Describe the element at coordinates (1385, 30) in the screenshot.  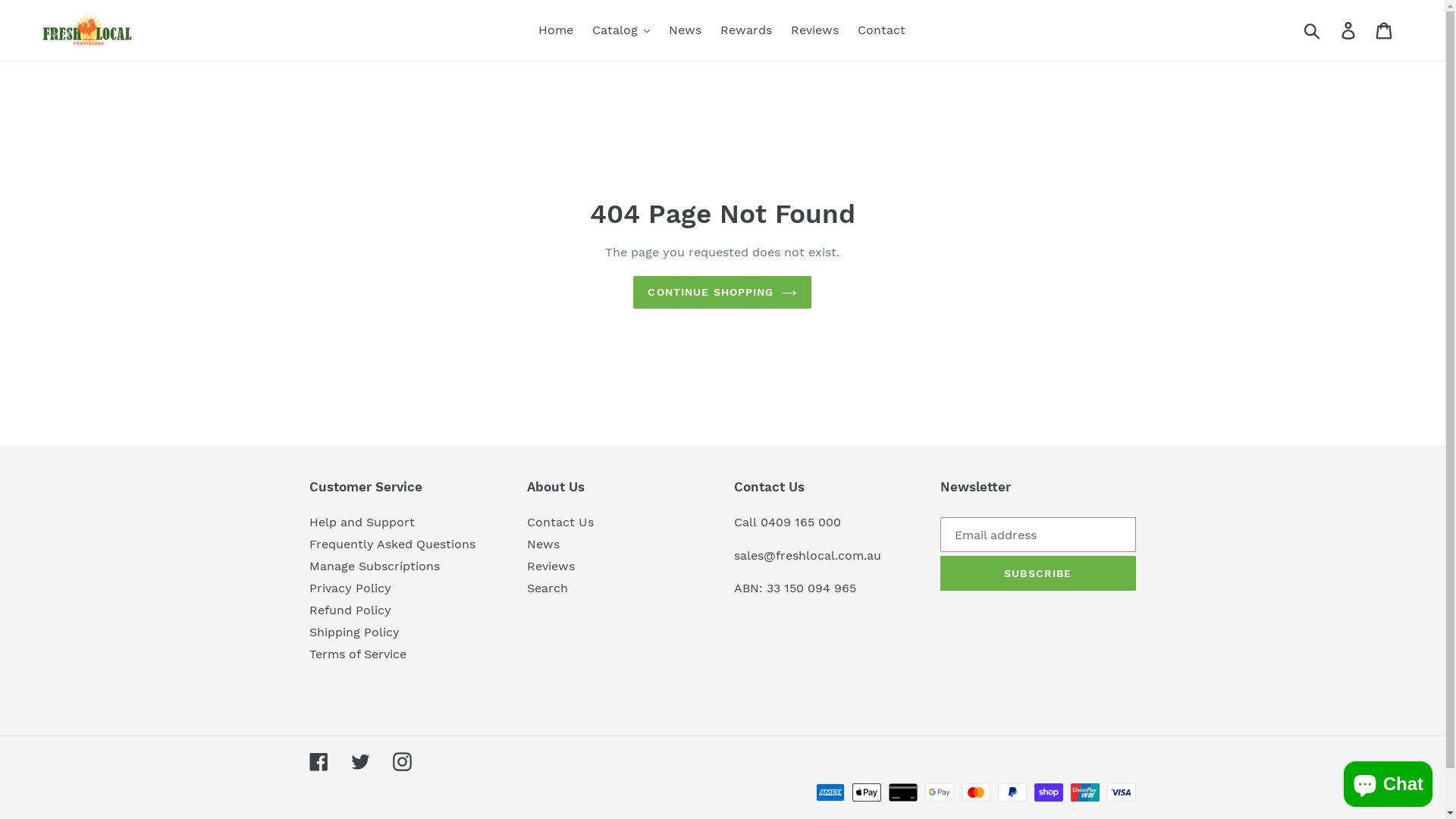
I see `'Cart'` at that location.